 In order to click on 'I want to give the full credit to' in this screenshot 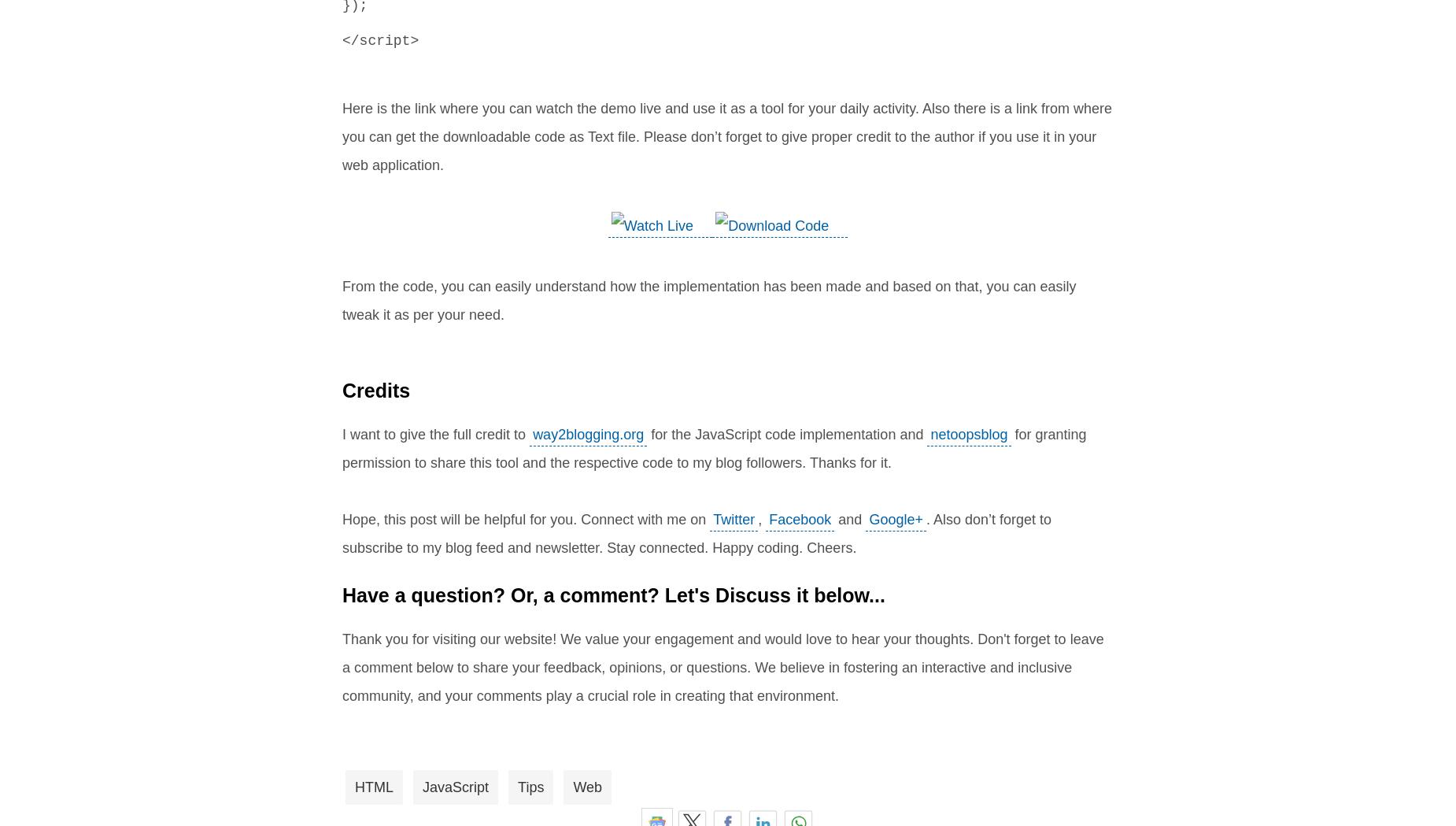, I will do `click(436, 434)`.